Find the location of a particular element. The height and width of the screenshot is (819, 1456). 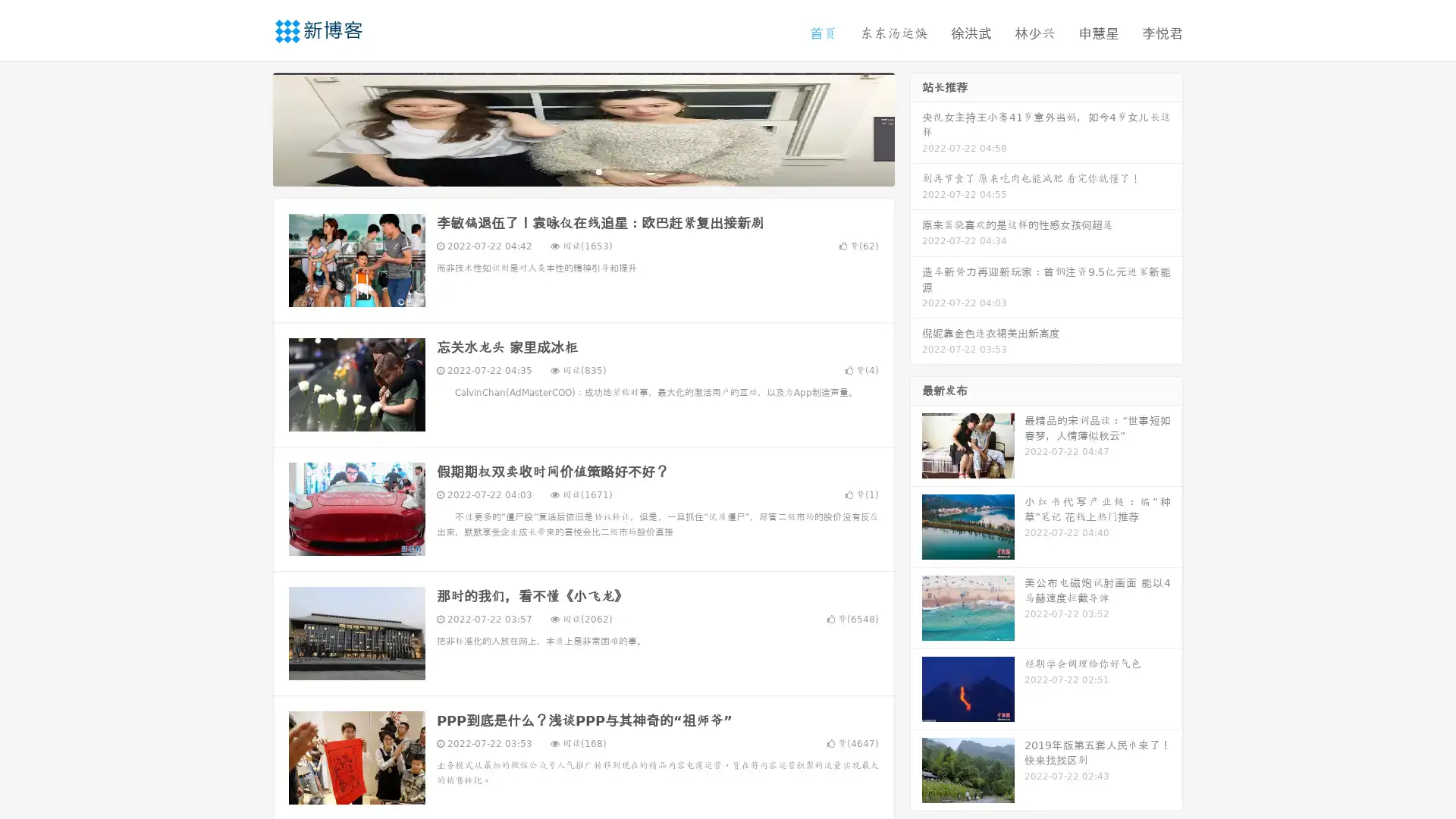

Go to slide 1 is located at coordinates (567, 171).